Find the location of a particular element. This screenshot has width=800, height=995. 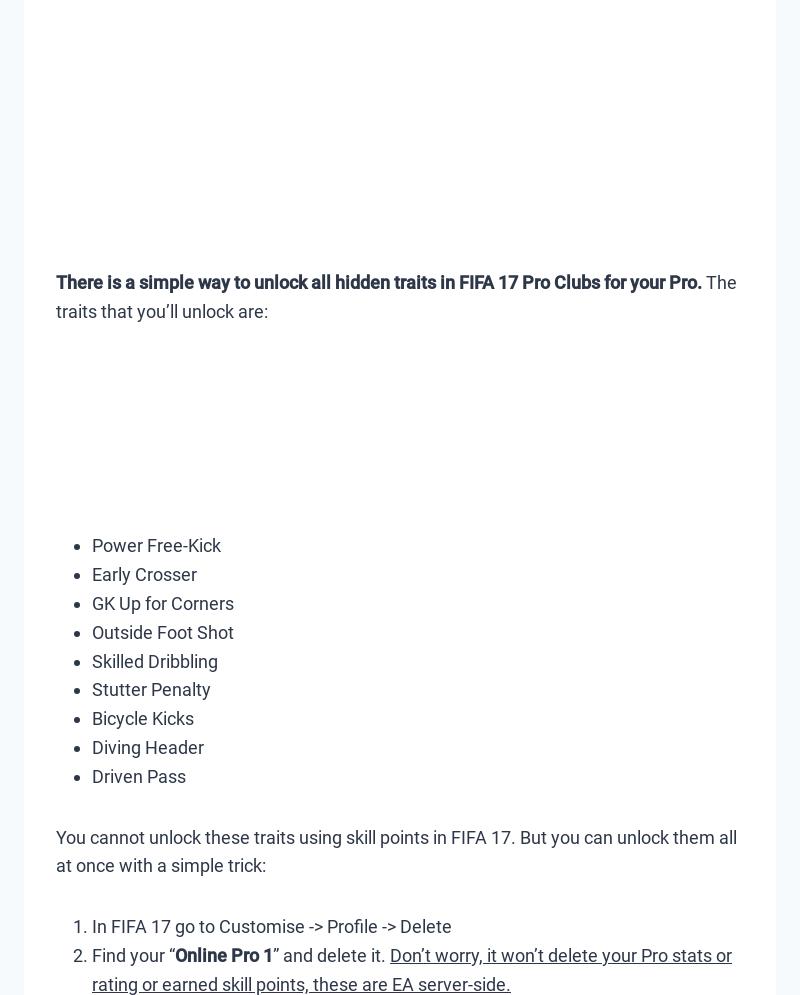

'You cannot unlock these traits using skill points in FIFA 17. But you can unlock them all at once with a simple trick:' is located at coordinates (395, 851).